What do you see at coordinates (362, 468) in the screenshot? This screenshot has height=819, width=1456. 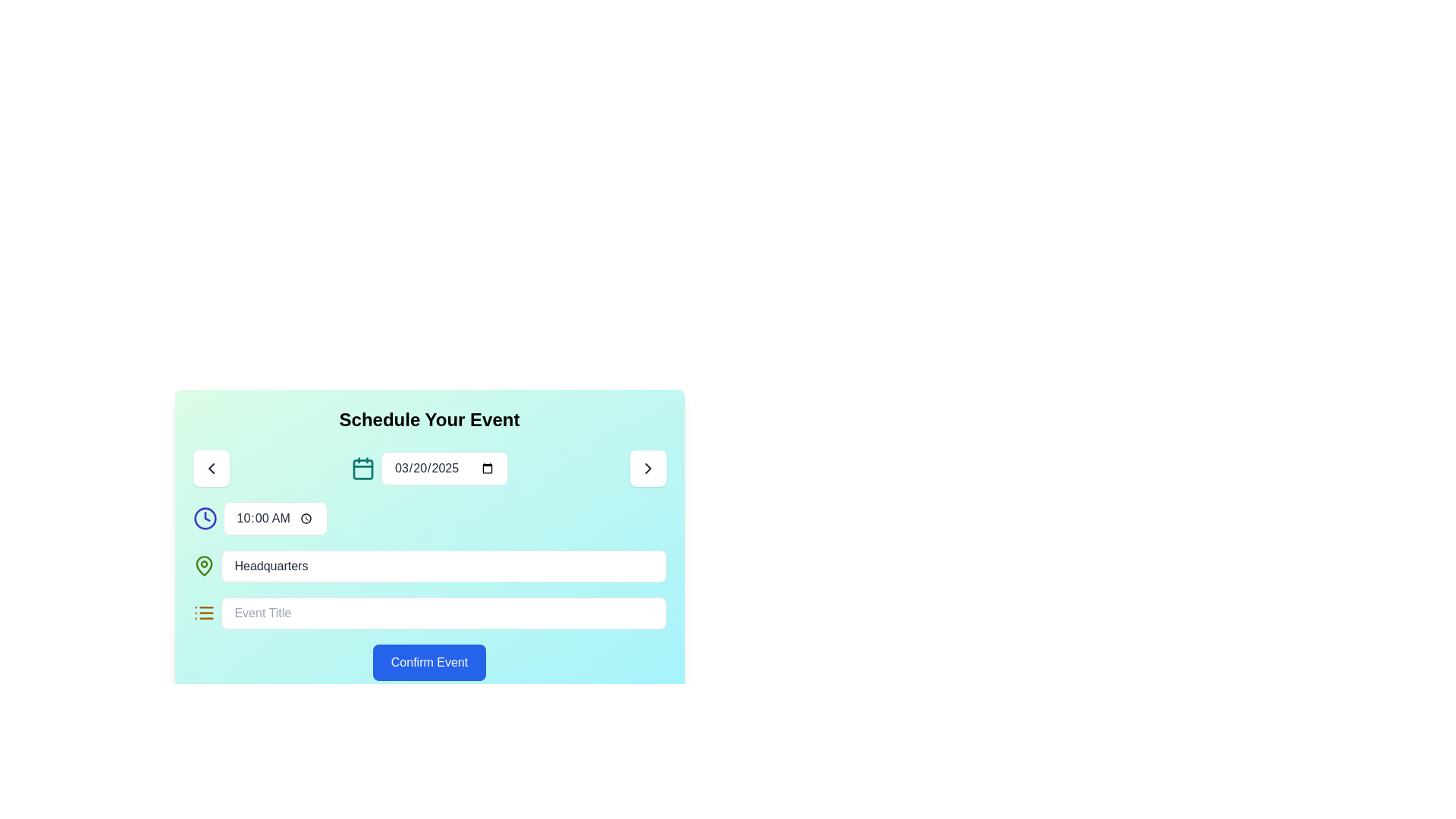 I see `the teal calendar icon button located below the title 'Schedule Your Event'` at bounding box center [362, 468].